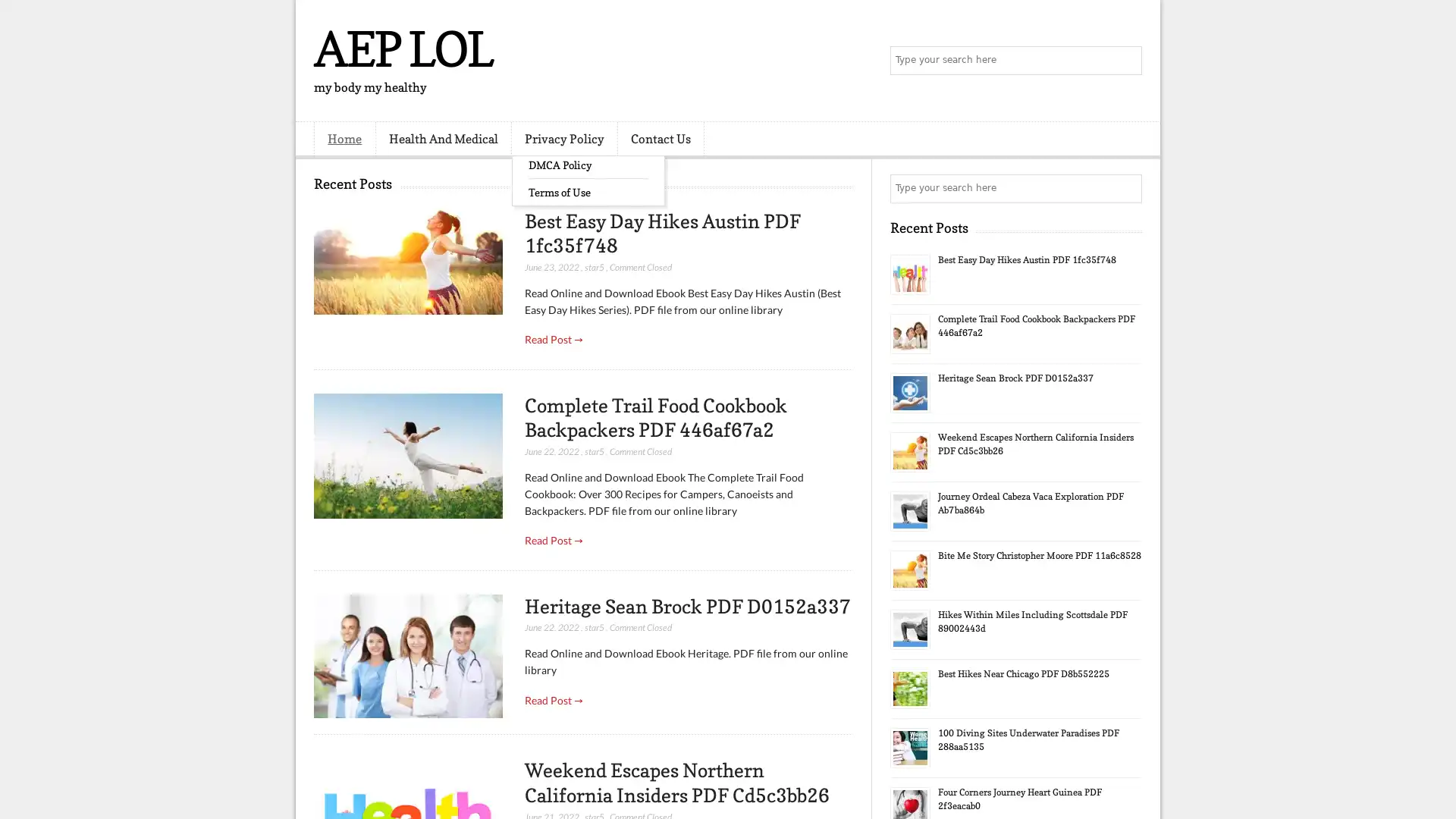 The width and height of the screenshot is (1456, 819). I want to click on Search, so click(1126, 61).